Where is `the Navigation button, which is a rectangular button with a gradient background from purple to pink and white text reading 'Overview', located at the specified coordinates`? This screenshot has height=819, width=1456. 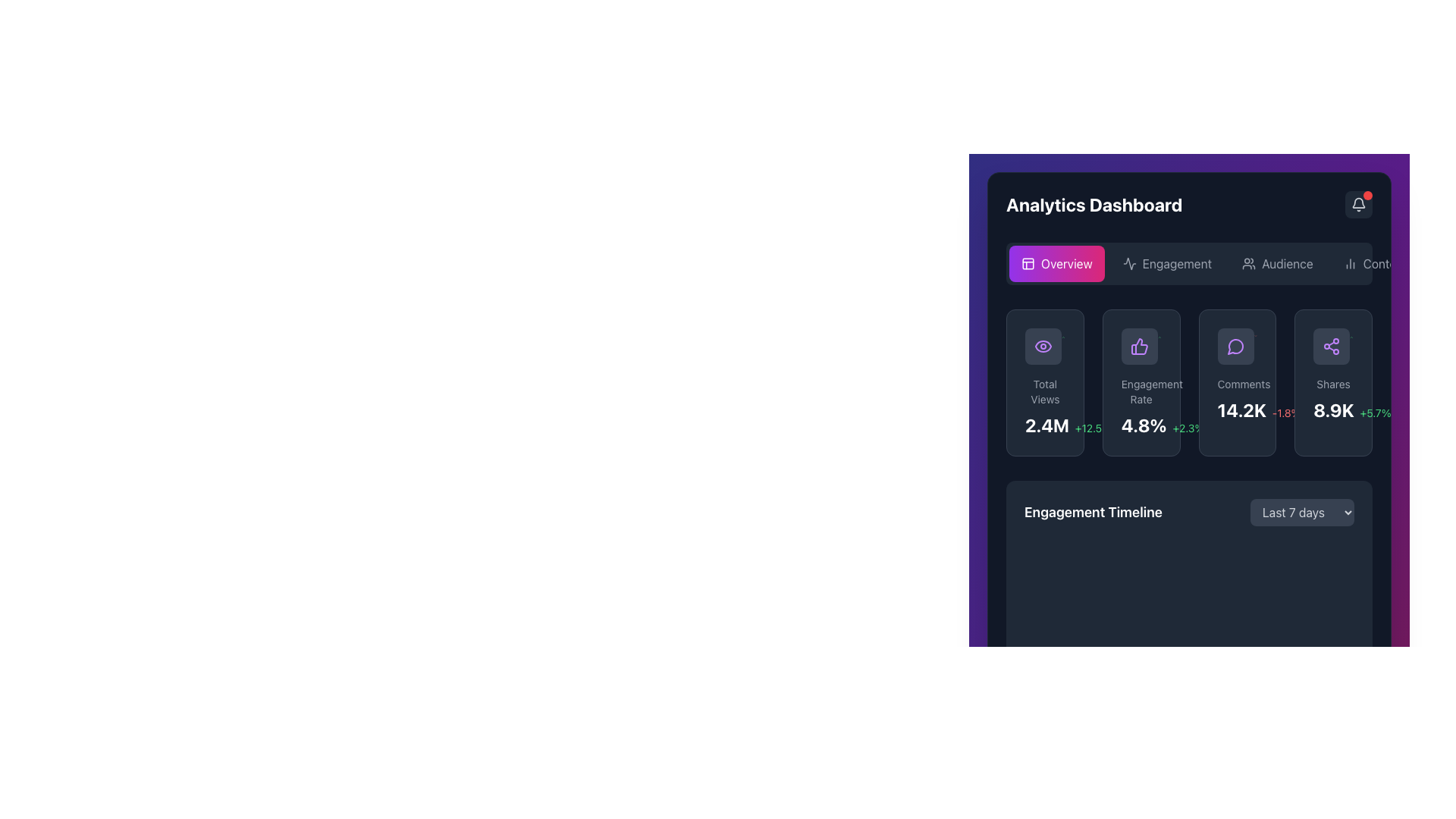
the Navigation button, which is a rectangular button with a gradient background from purple to pink and white text reading 'Overview', located at the specified coordinates is located at coordinates (1056, 262).